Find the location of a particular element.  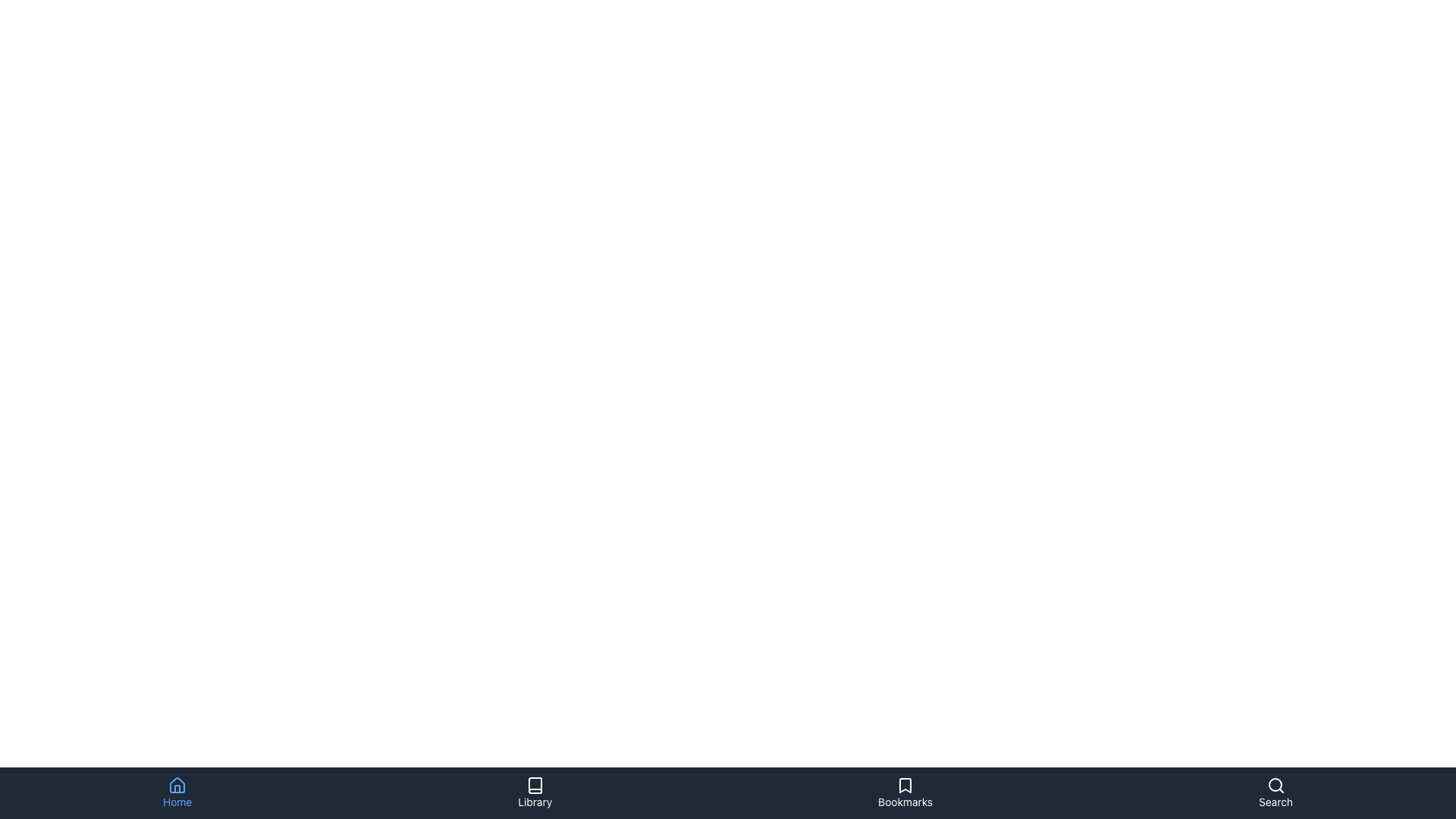

the Library icon in the bottom navigation bar of the application, which is located above the label 'Library' is located at coordinates (535, 785).